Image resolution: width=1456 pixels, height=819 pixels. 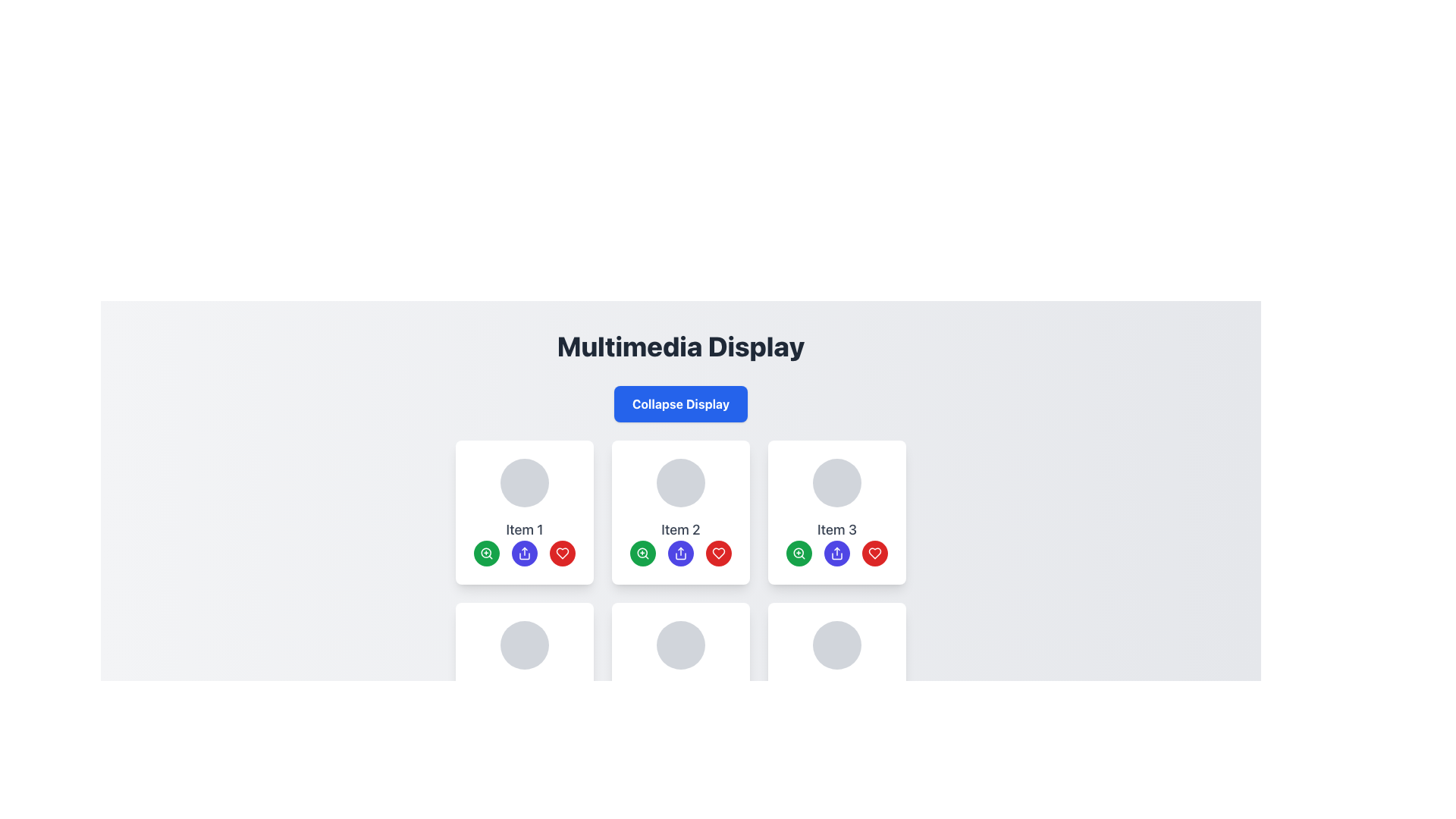 What do you see at coordinates (487, 553) in the screenshot?
I see `the zoom-in button with an icon located in the first card labeled 'Item 1'` at bounding box center [487, 553].